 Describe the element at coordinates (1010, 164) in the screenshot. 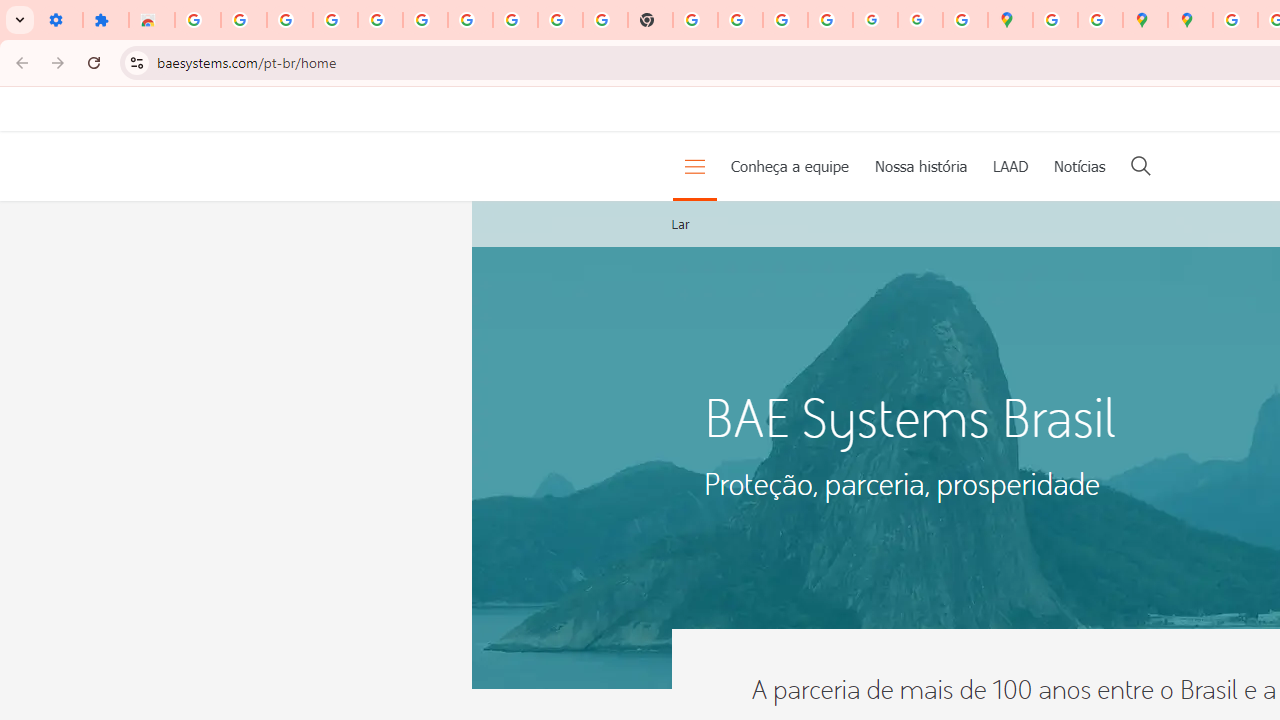

I see `'LAAD'` at that location.